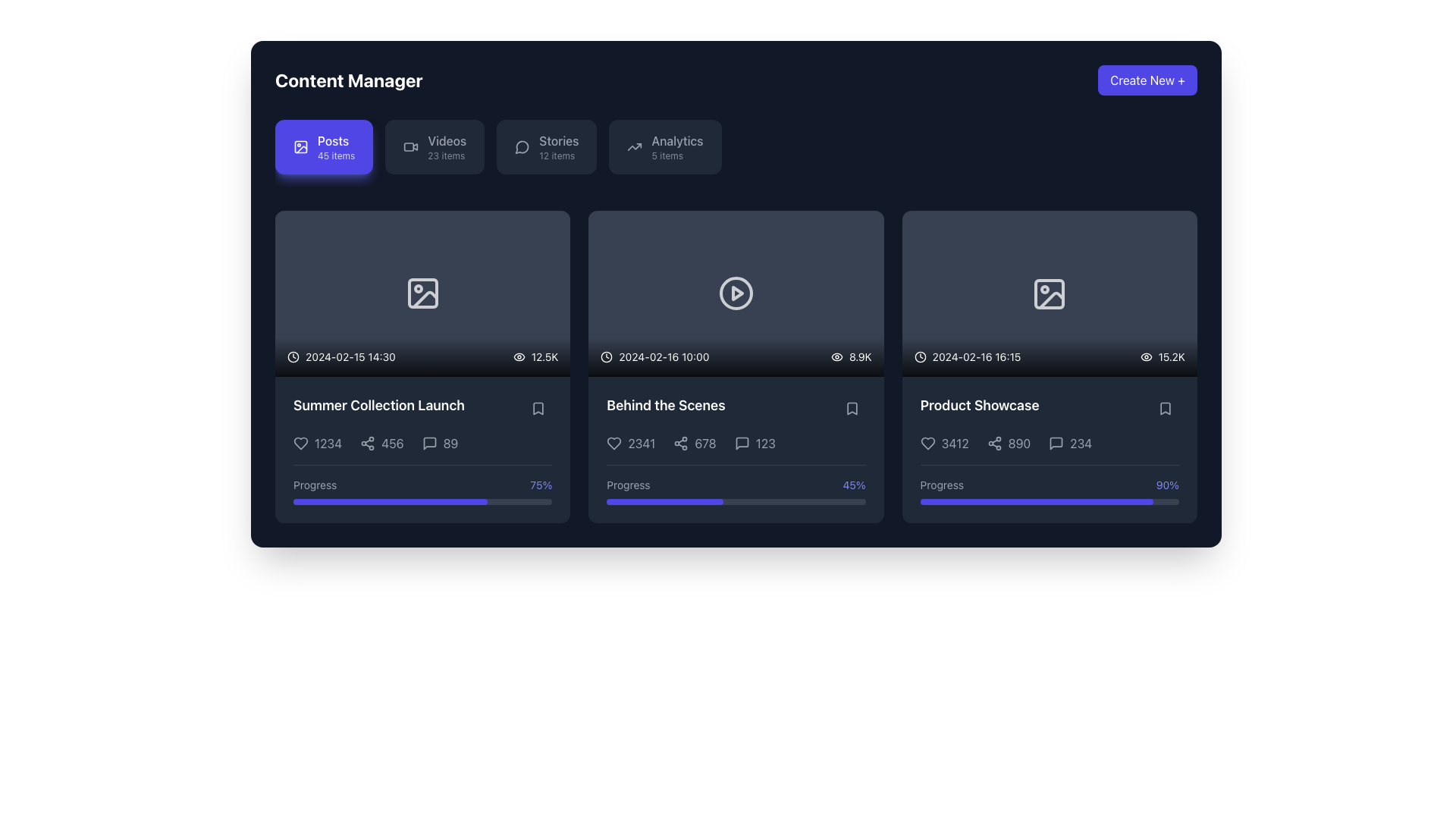 This screenshot has height=819, width=1456. What do you see at coordinates (428, 443) in the screenshot?
I see `the small speech bubble icon outlined in grey, located next to the number '89'` at bounding box center [428, 443].